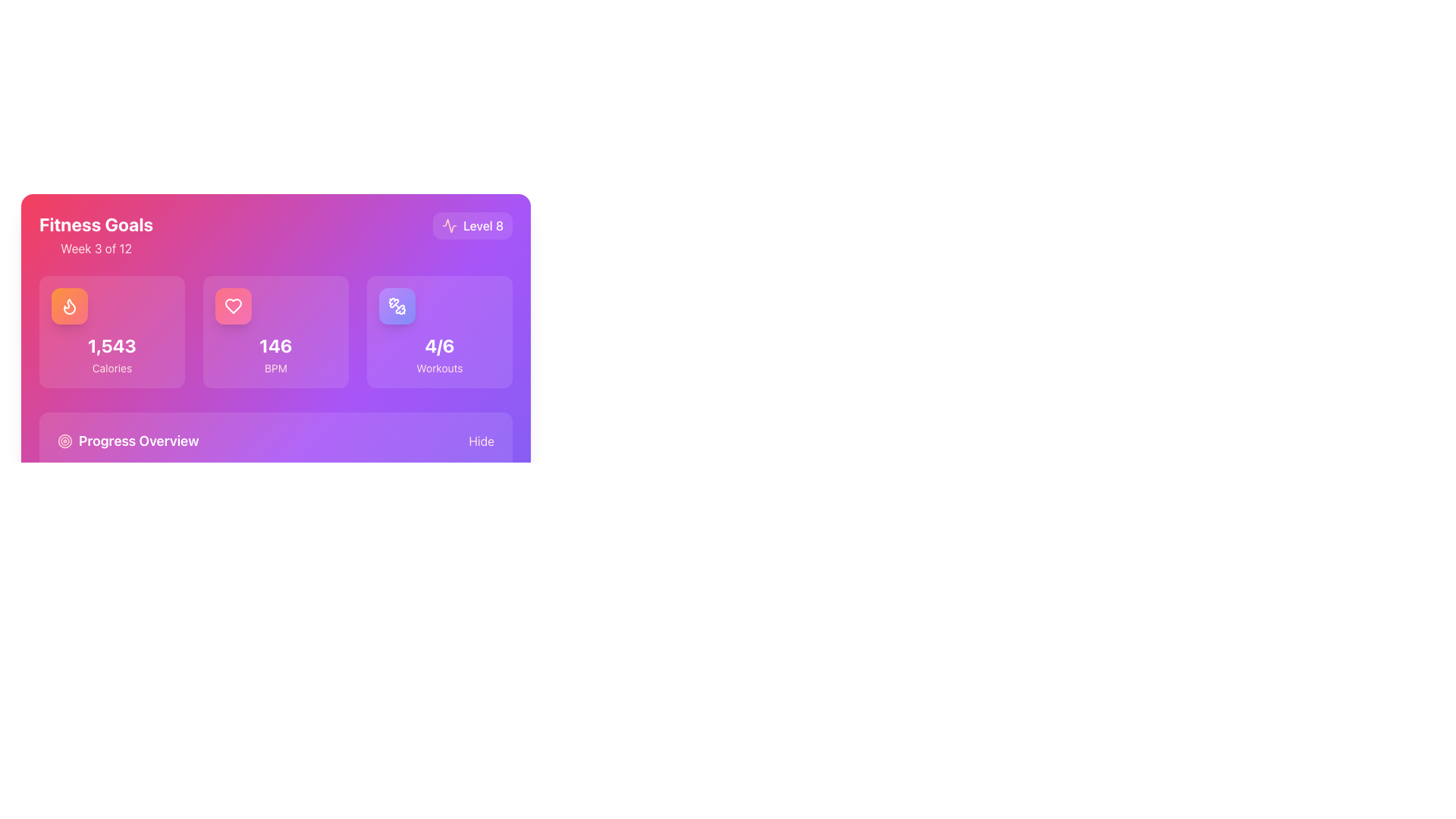  I want to click on the text label displaying 'BPM' in a small rose-pink font, located beneath the bold numerical value '146' within the center panel, so click(276, 369).